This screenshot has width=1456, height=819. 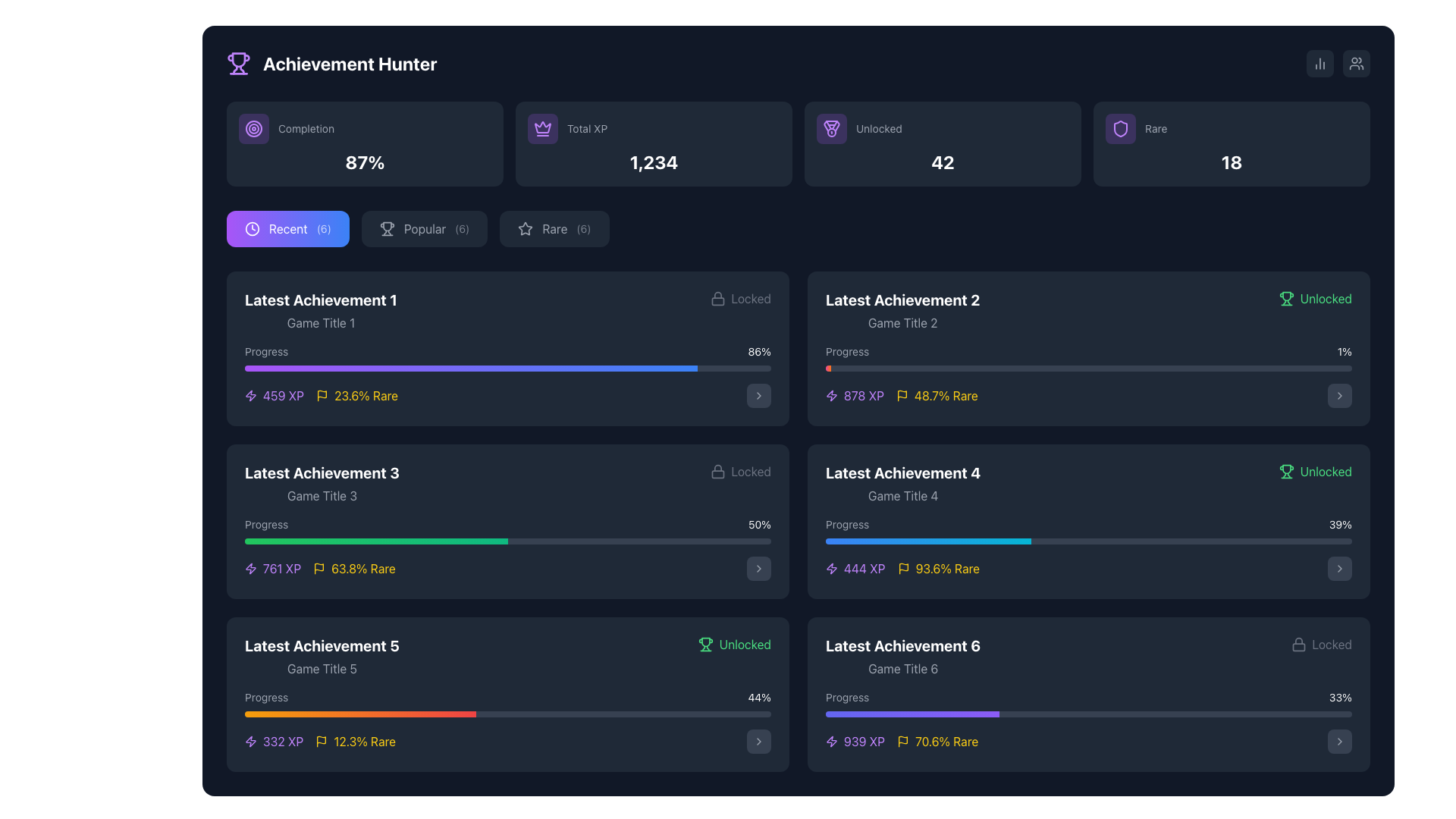 I want to click on the 'Locked' status label with an icon located in the bottom-right corner of the 'Latest Achievement 6' card, so click(x=1320, y=644).